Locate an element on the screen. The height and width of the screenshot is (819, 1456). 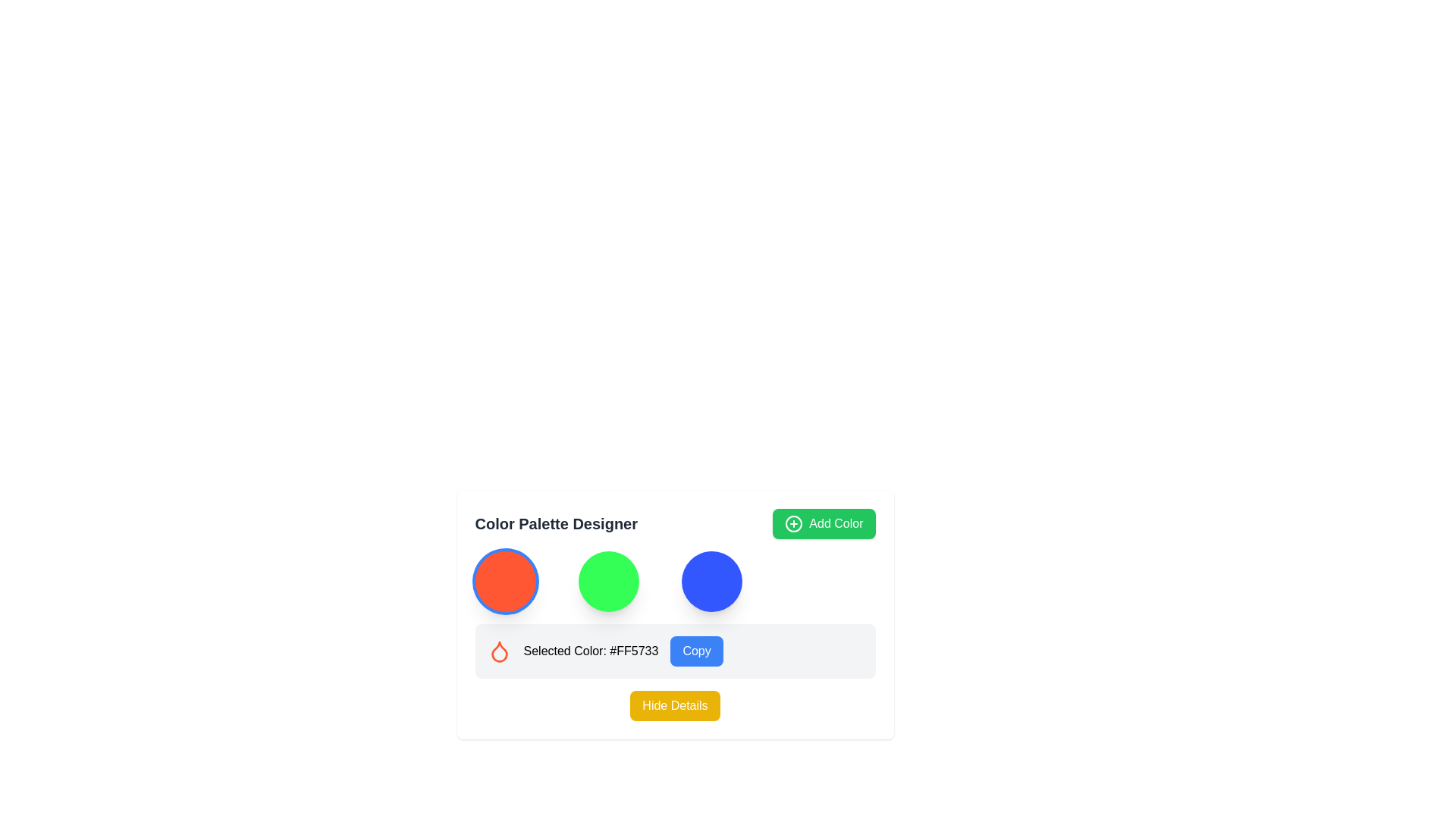
the circular green icon with a white plus sign located inside the 'Add Color' button, positioned at the top-right corner of the interface is located at coordinates (793, 522).